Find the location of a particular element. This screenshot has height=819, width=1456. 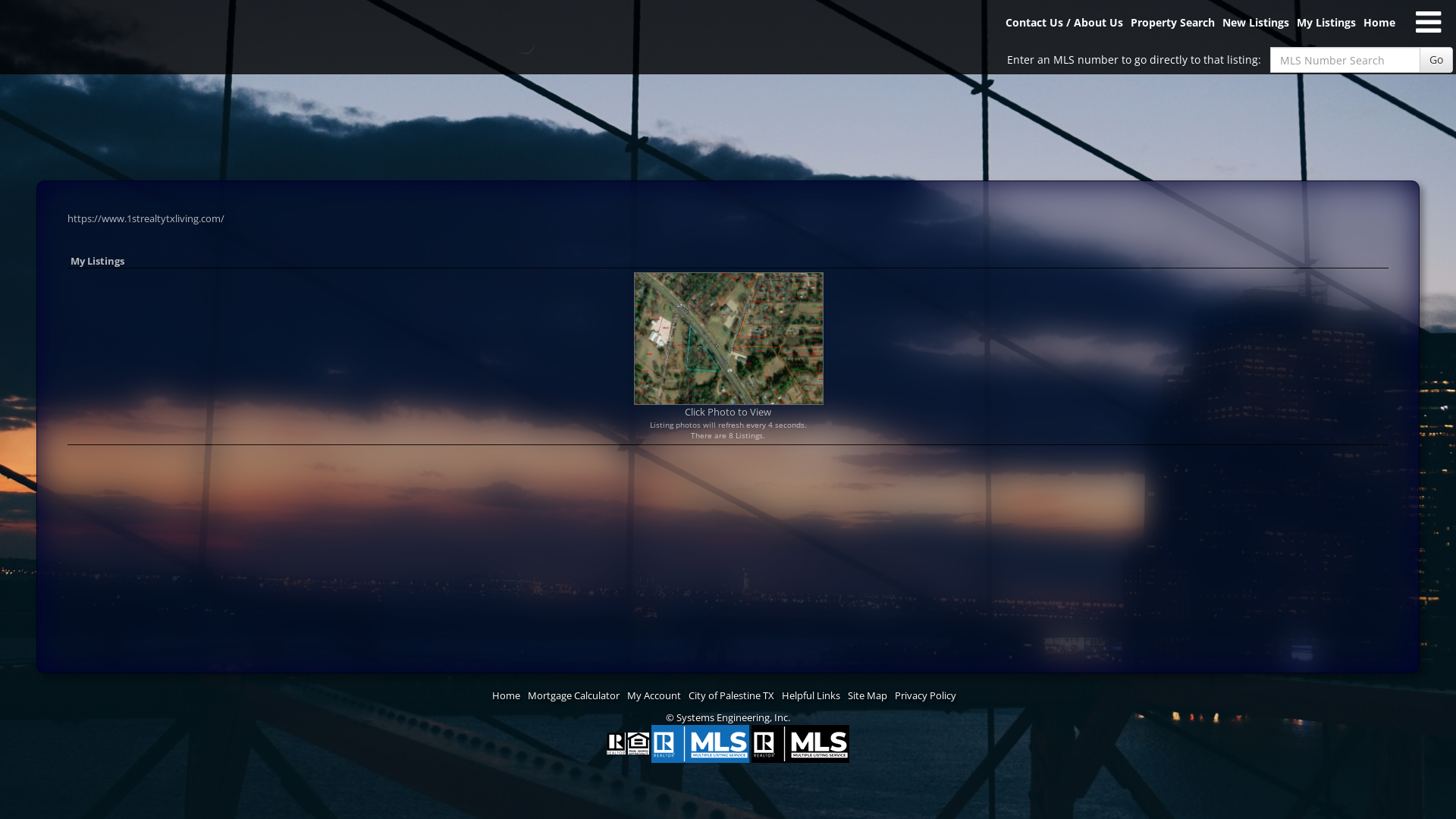

'Property Search' is located at coordinates (1172, 28).